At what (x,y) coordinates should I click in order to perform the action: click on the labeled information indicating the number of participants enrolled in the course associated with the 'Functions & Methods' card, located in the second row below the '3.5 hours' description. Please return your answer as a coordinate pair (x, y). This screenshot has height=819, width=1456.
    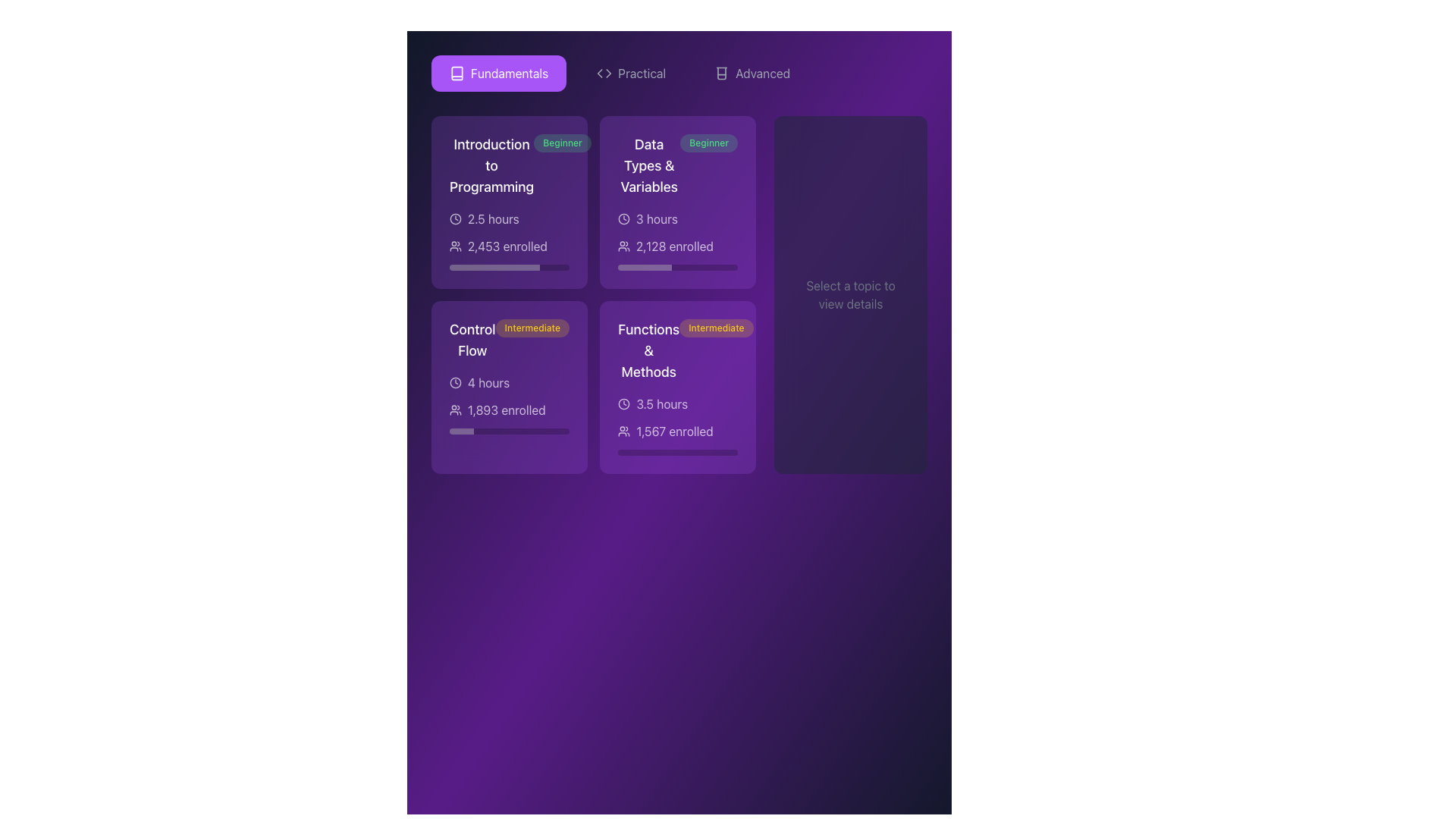
    Looking at the image, I should click on (676, 431).